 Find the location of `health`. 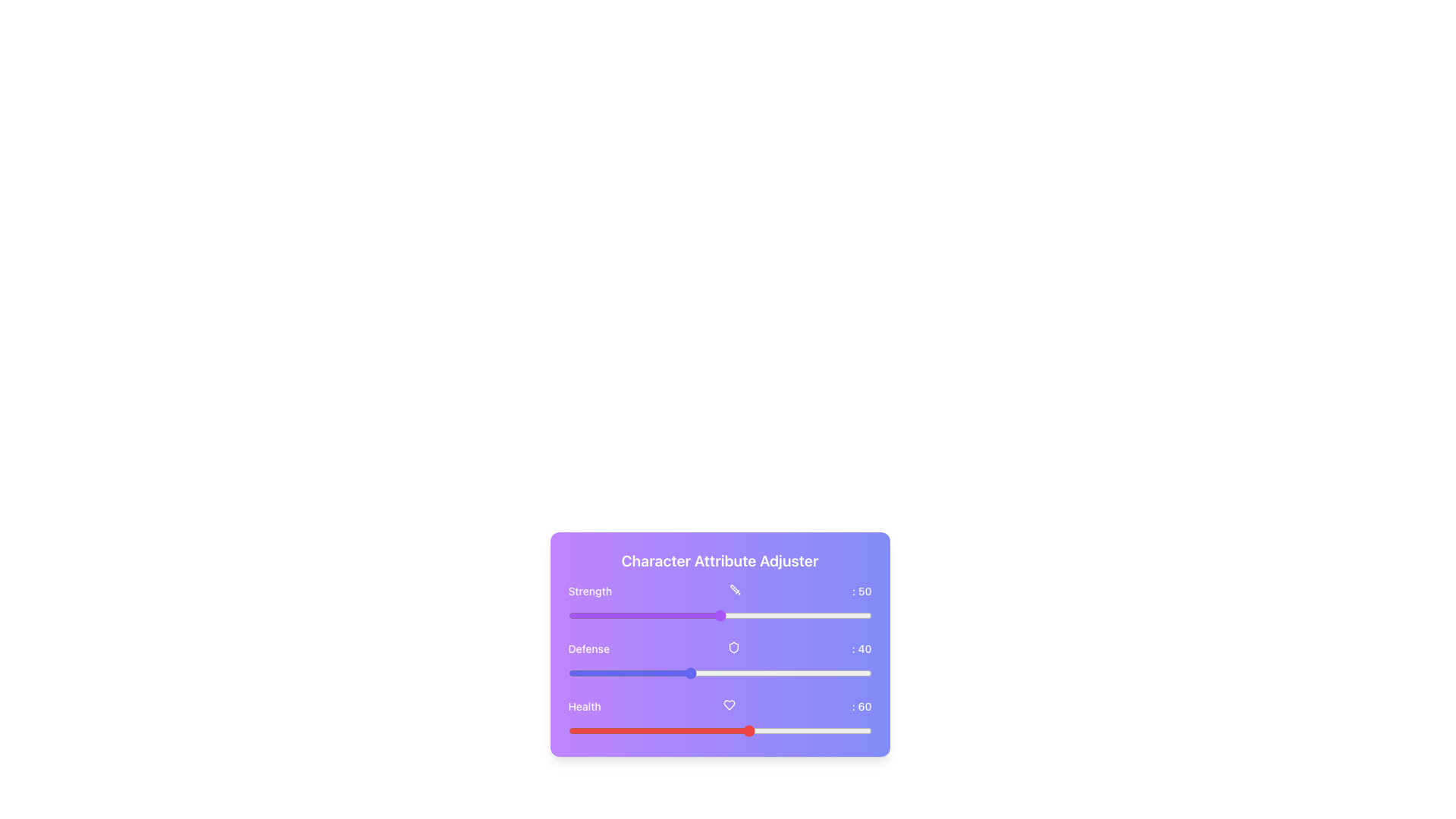

health is located at coordinates (665, 730).